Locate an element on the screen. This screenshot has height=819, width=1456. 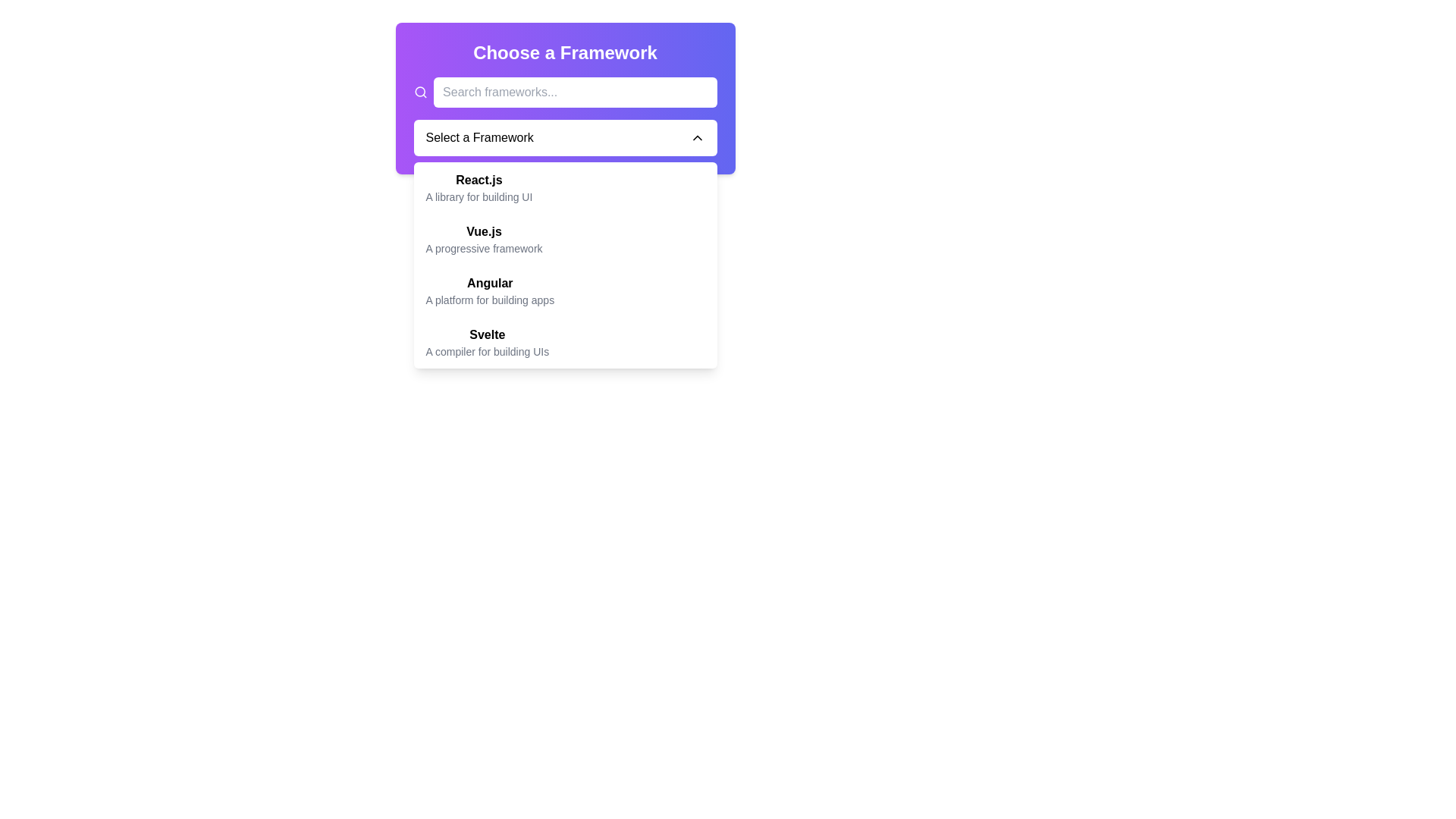
the second selectable item in the dropdown menu labeled 'Select a Framework' is located at coordinates (483, 239).